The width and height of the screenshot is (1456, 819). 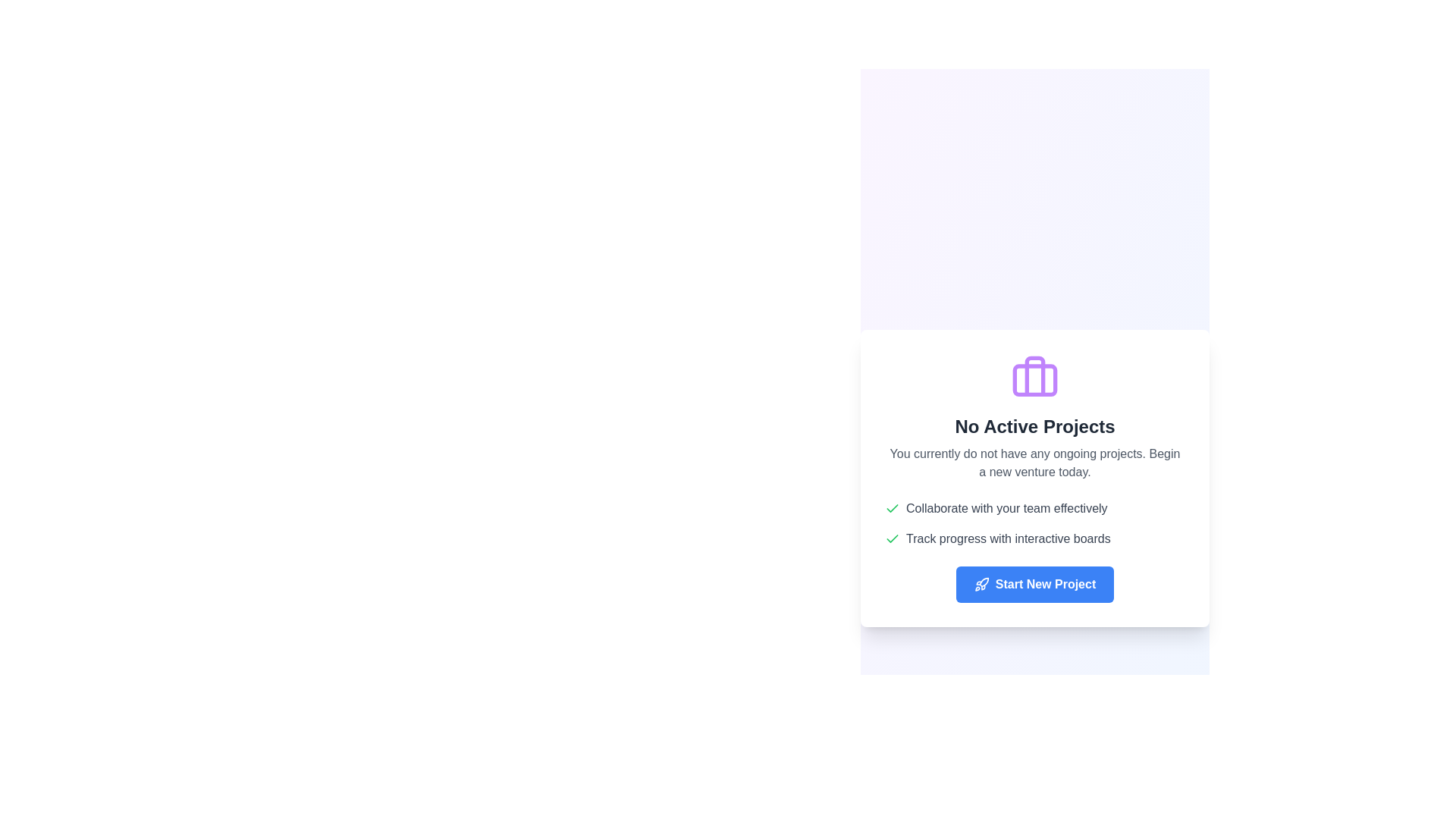 I want to click on header text indicating the absence of active projects, located centrally beneath the purple briefcase icon and above a descriptive paragraph, so click(x=1034, y=427).